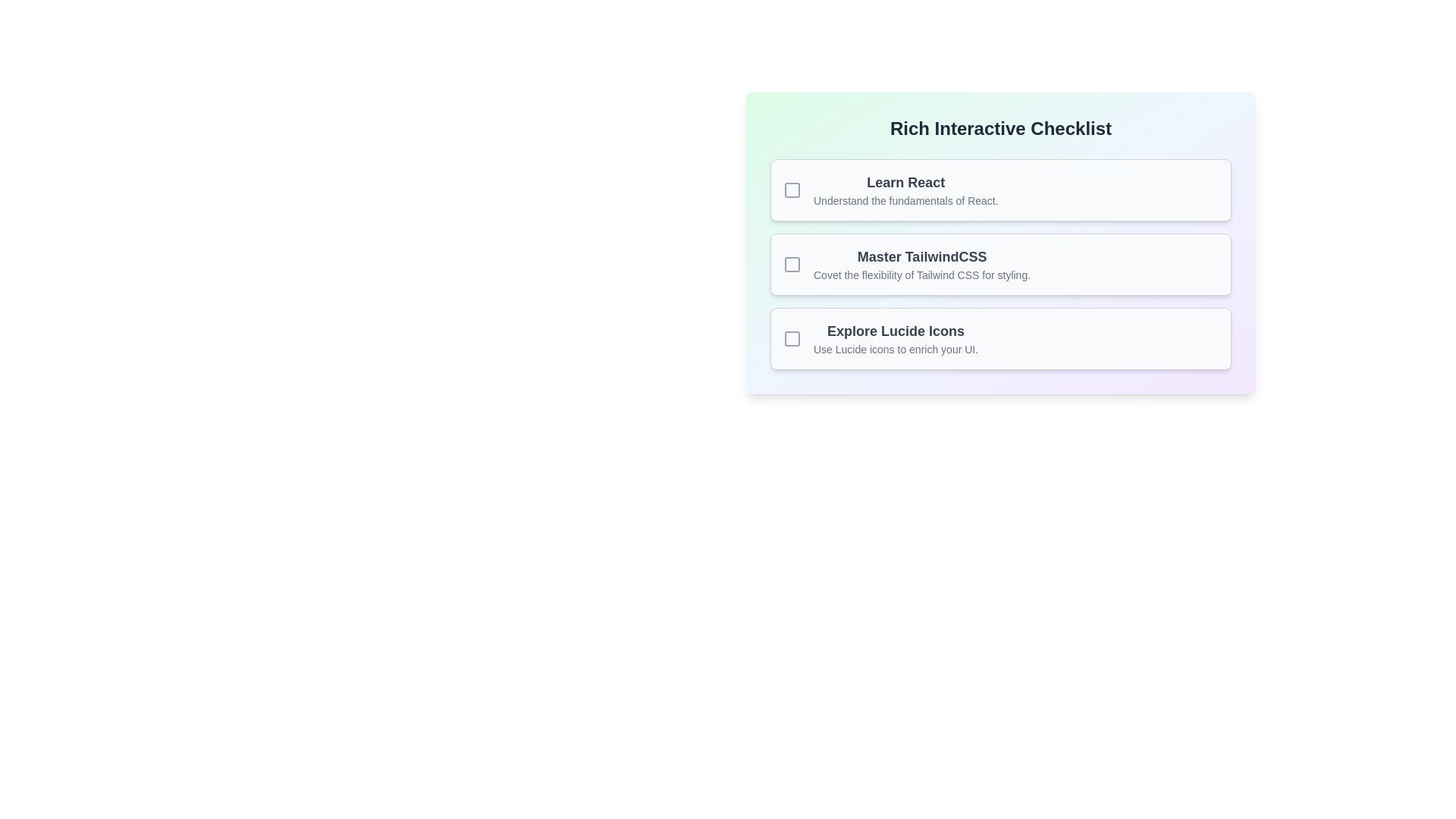  Describe the element at coordinates (896, 338) in the screenshot. I see `the third item in the checklist interface, which is a text block with a heading and a descriptive subheading, if it is interactive` at that location.